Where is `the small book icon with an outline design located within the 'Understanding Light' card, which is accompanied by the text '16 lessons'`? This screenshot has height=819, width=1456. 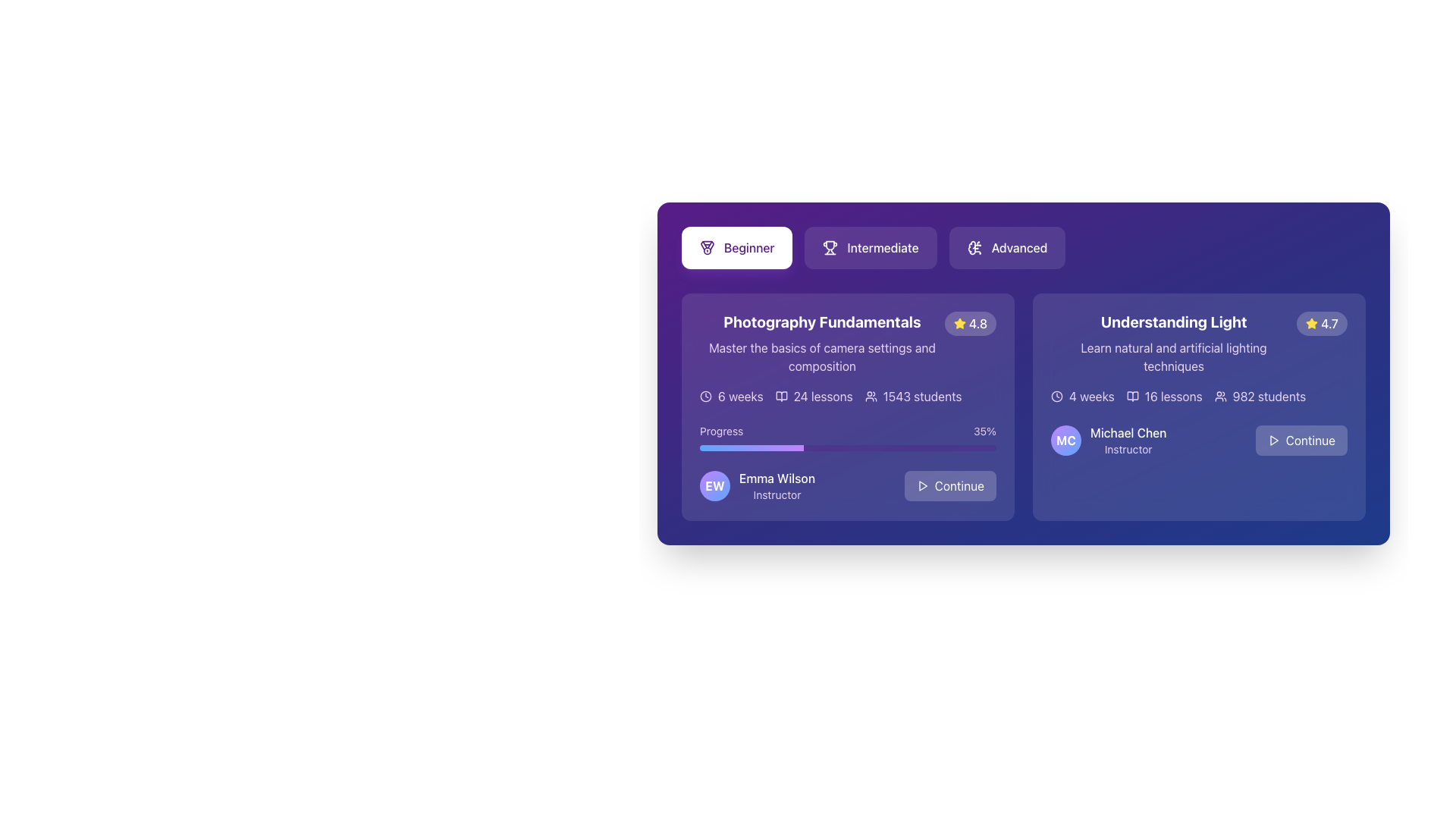
the small book icon with an outline design located within the 'Understanding Light' card, which is accompanied by the text '16 lessons' is located at coordinates (1132, 396).